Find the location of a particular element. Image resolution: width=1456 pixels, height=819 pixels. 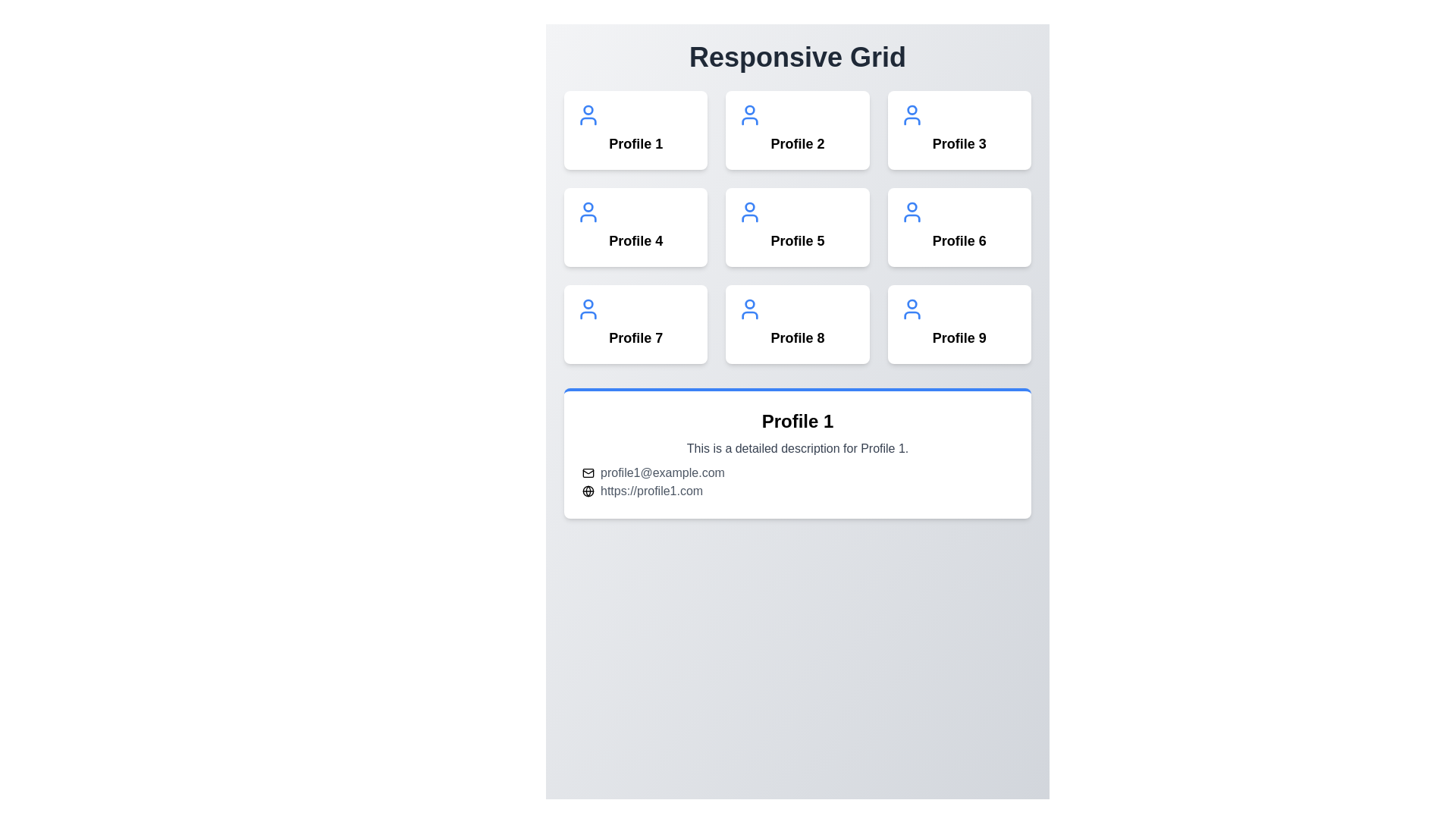

the profile card labeled 'Profile 5' in the central position of the grid layout containing clickable items representing profiles is located at coordinates (796, 227).